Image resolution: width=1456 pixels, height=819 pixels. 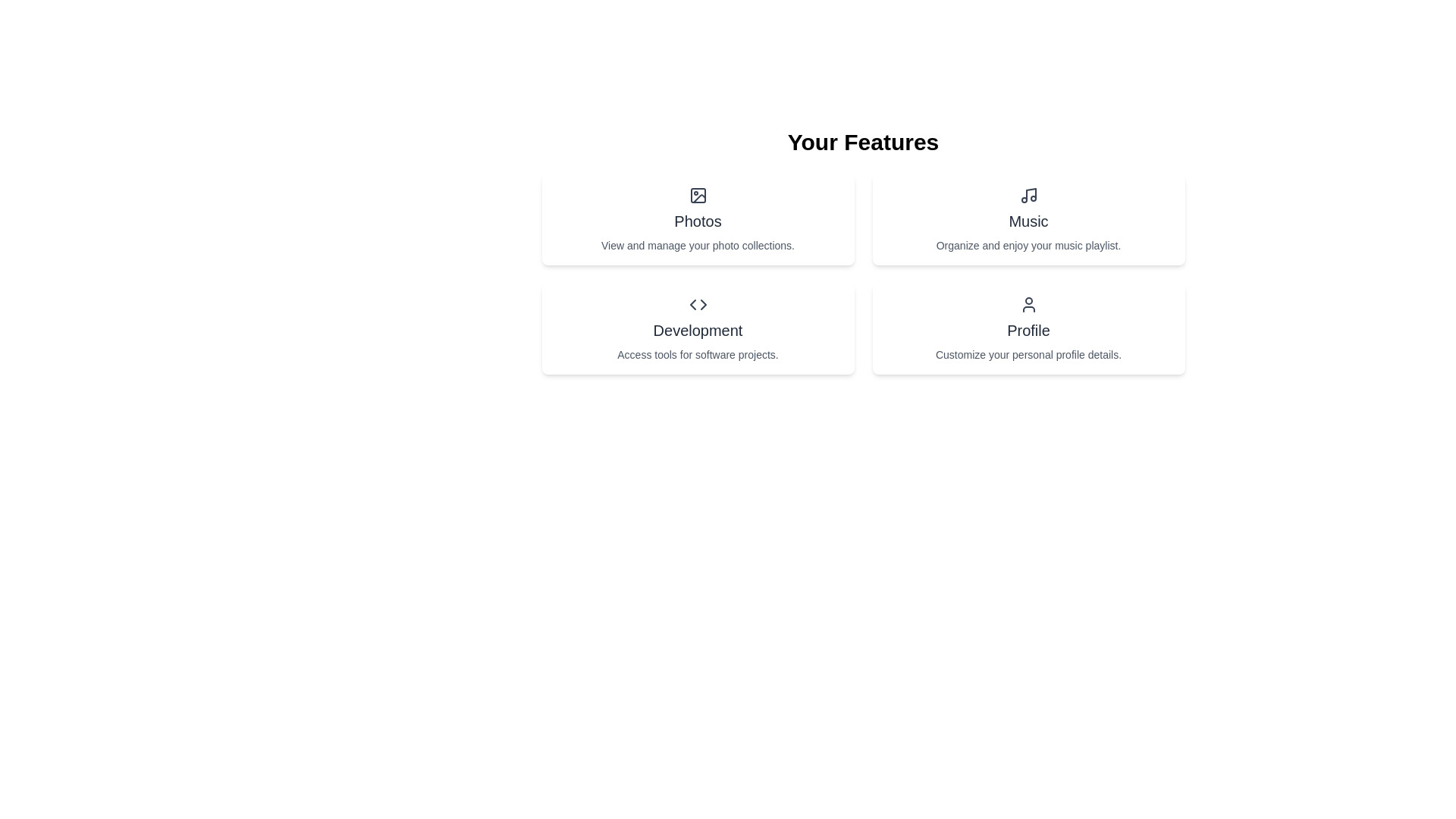 I want to click on the 'Photos' icon located at the top-center of the 'Photos' card element in the top-left section of the grid layout, so click(x=697, y=195).